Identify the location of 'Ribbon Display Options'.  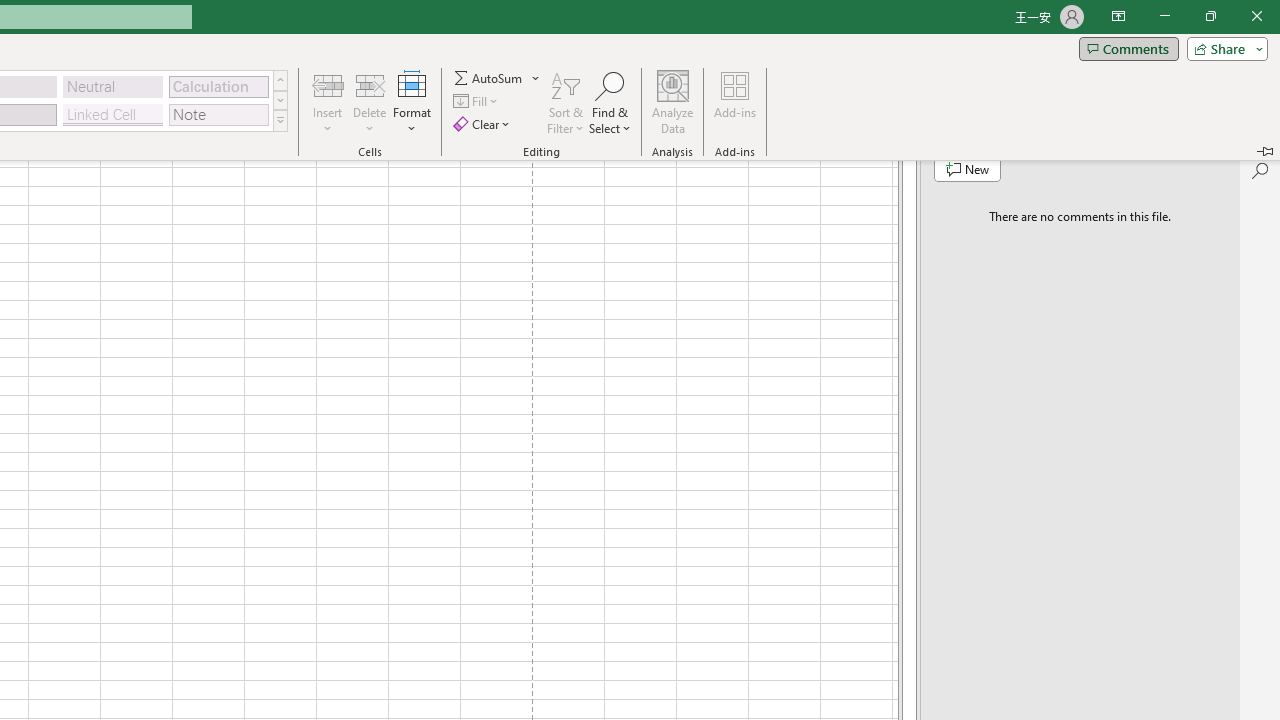
(1117, 16).